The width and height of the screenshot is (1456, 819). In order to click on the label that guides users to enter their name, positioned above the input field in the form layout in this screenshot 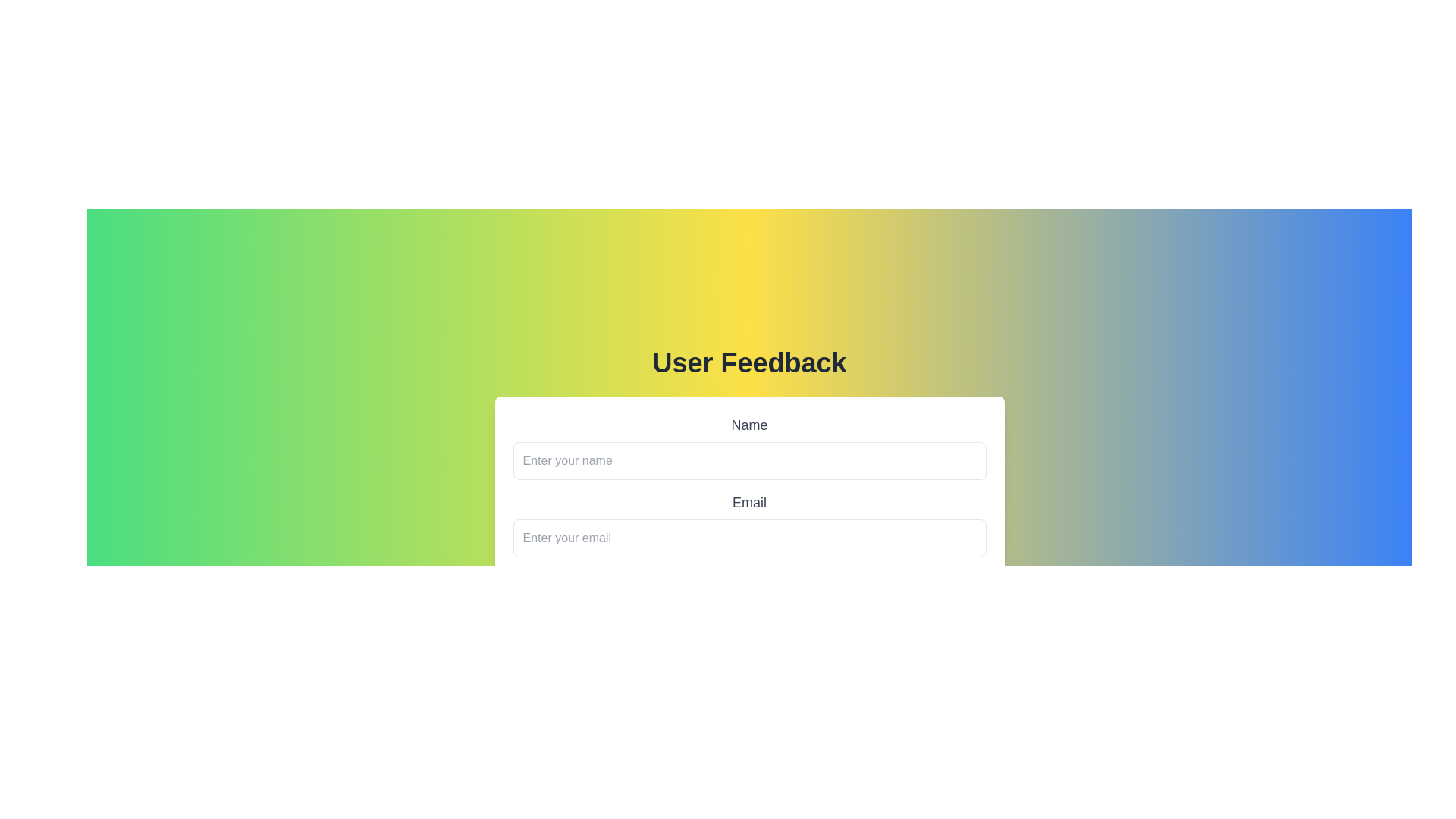, I will do `click(749, 425)`.